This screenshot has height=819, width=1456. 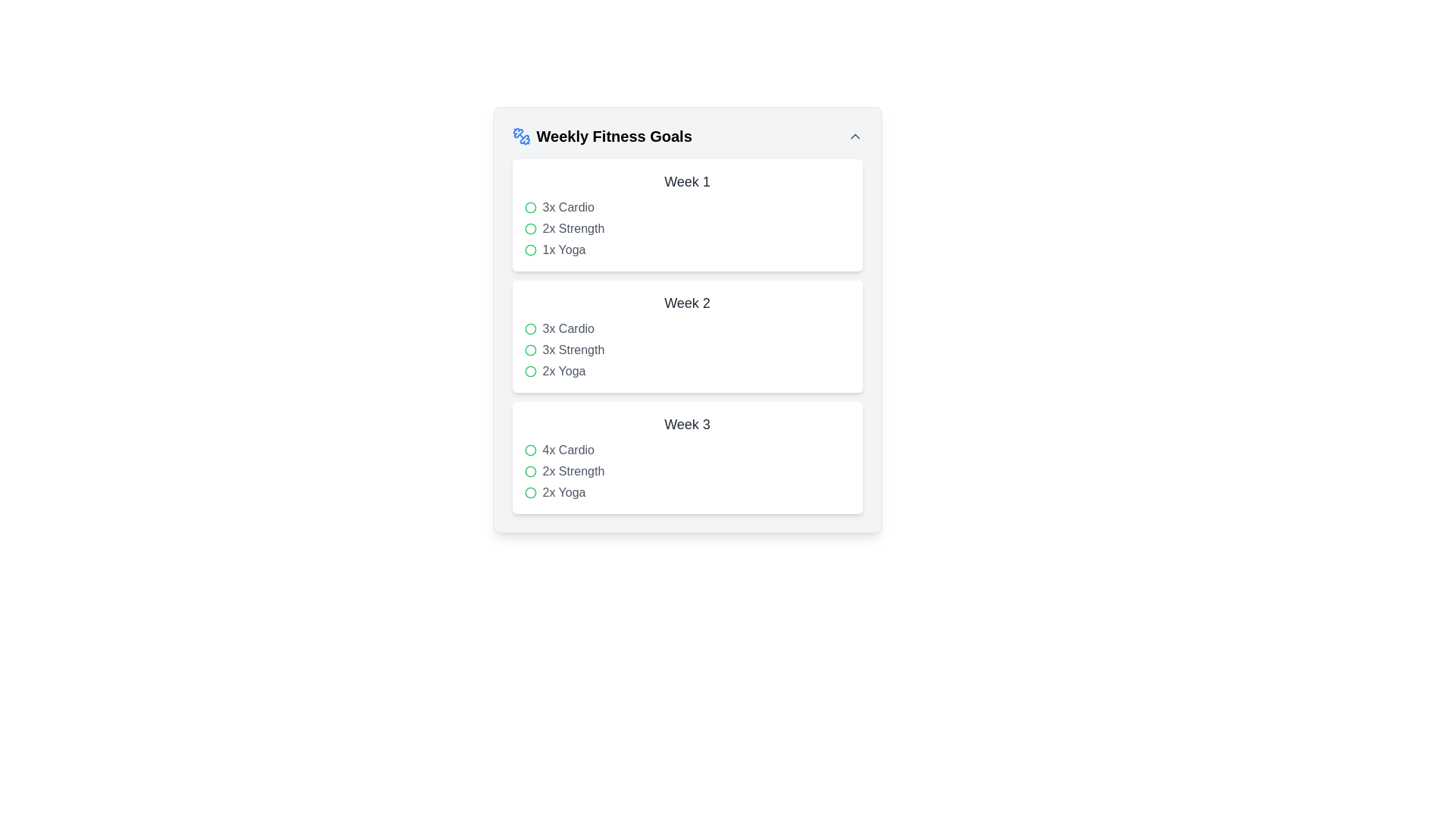 I want to click on the header element that displays 'Weekly Fitness Goals' in bold, large font, accompanied by a blue dumbbell icon, located in the top-left section of the interface, so click(x=601, y=136).